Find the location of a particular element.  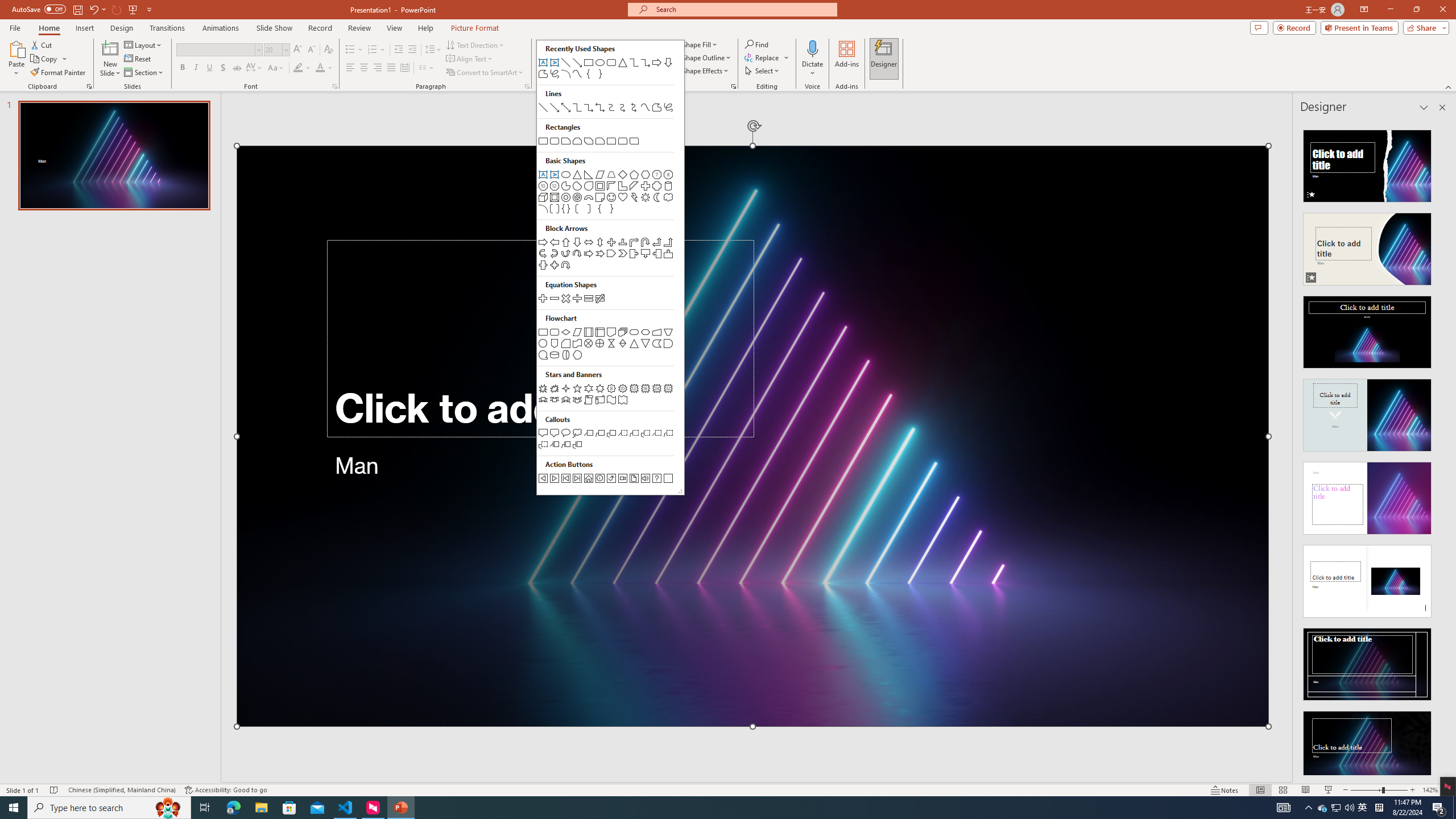

'Text Highlight Color' is located at coordinates (301, 67).